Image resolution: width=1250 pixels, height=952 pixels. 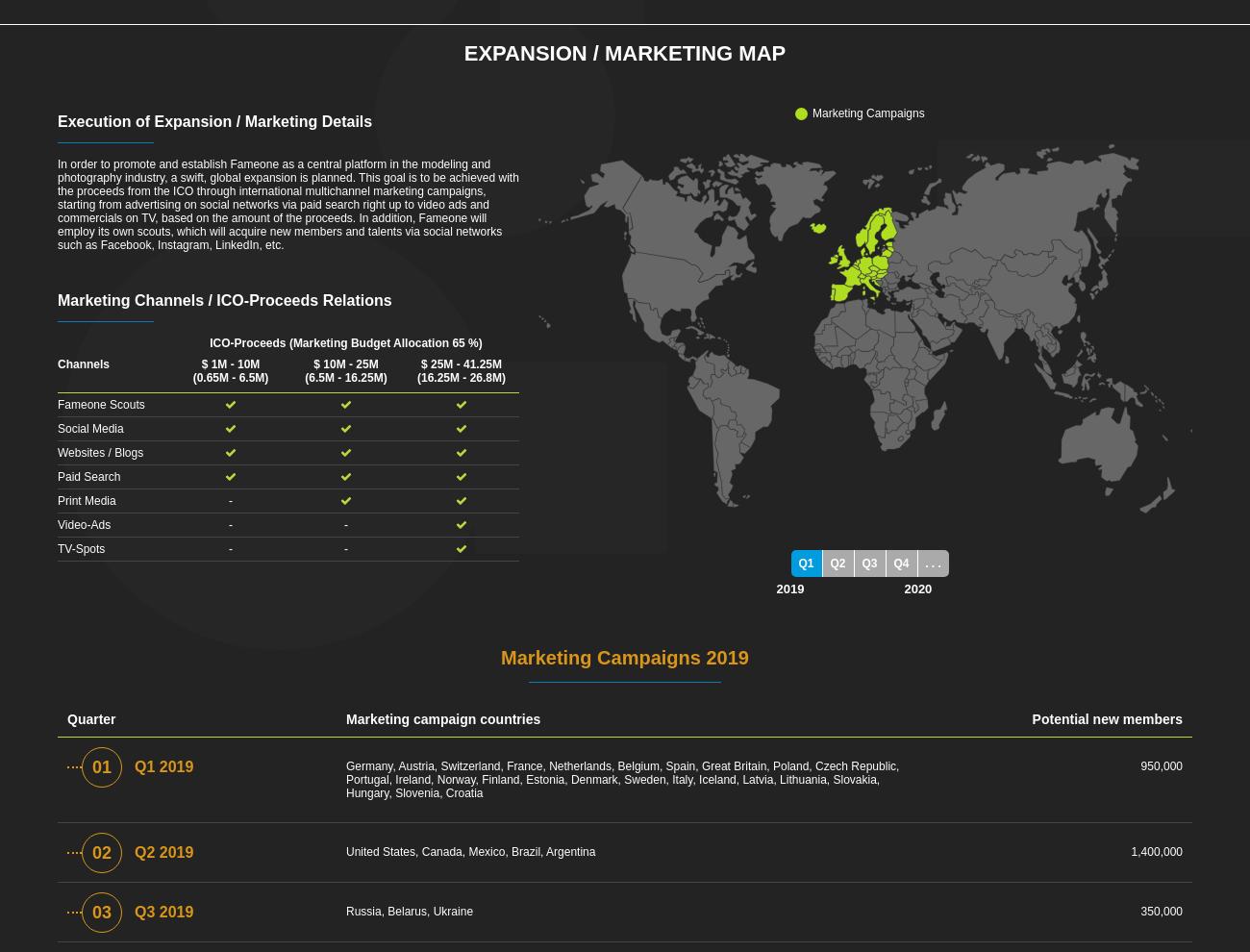 What do you see at coordinates (58, 299) in the screenshot?
I see `'Marketing Channels / ICO-Proceeds Relations'` at bounding box center [58, 299].